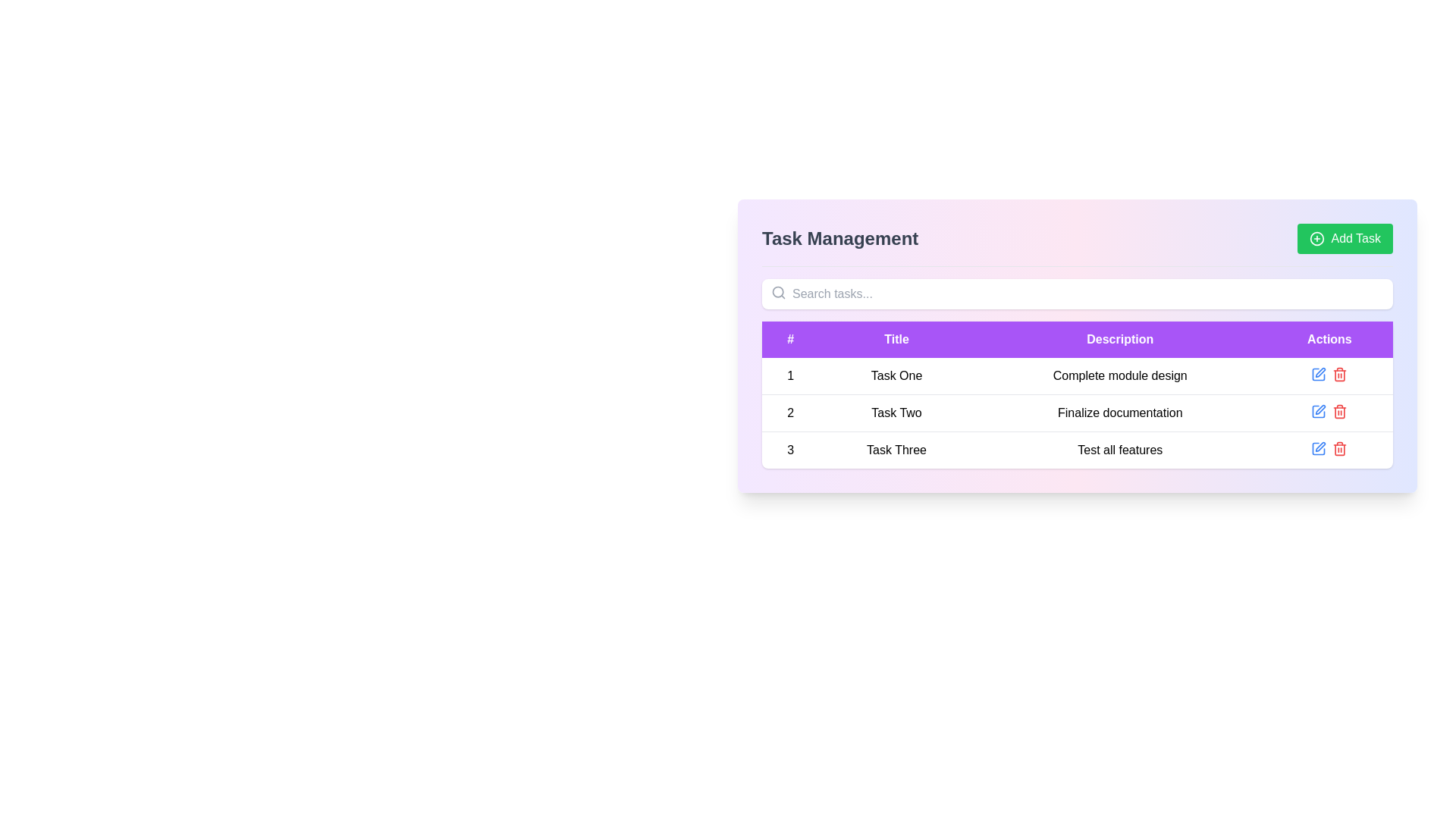 This screenshot has width=1456, height=819. Describe the element at coordinates (1320, 446) in the screenshot. I see `the edit button located in the 'Actions' column of the last row in the task table` at that location.